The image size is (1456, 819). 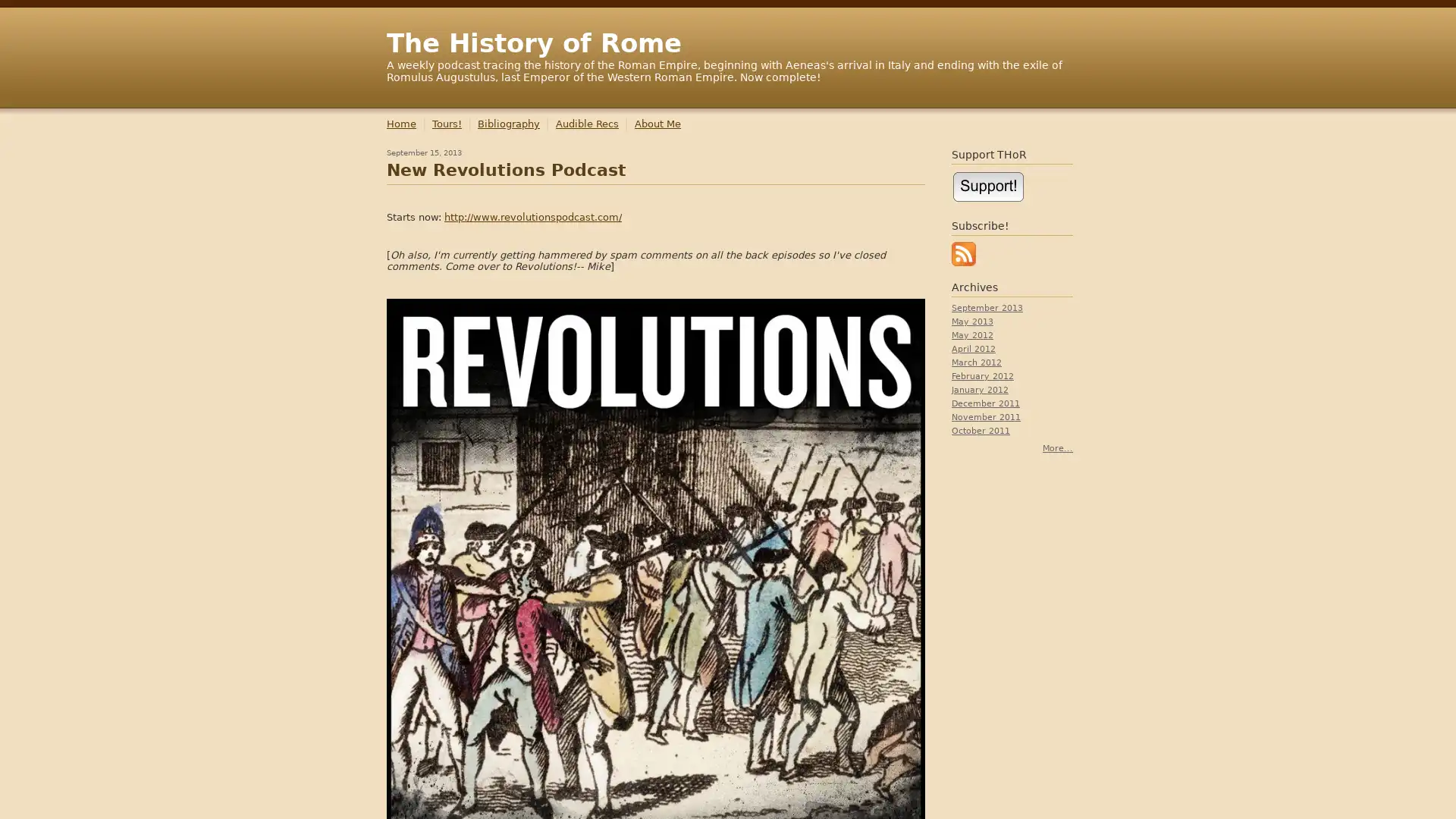 I want to click on PayPal - The safer, easier way to pay online!, so click(x=988, y=185).